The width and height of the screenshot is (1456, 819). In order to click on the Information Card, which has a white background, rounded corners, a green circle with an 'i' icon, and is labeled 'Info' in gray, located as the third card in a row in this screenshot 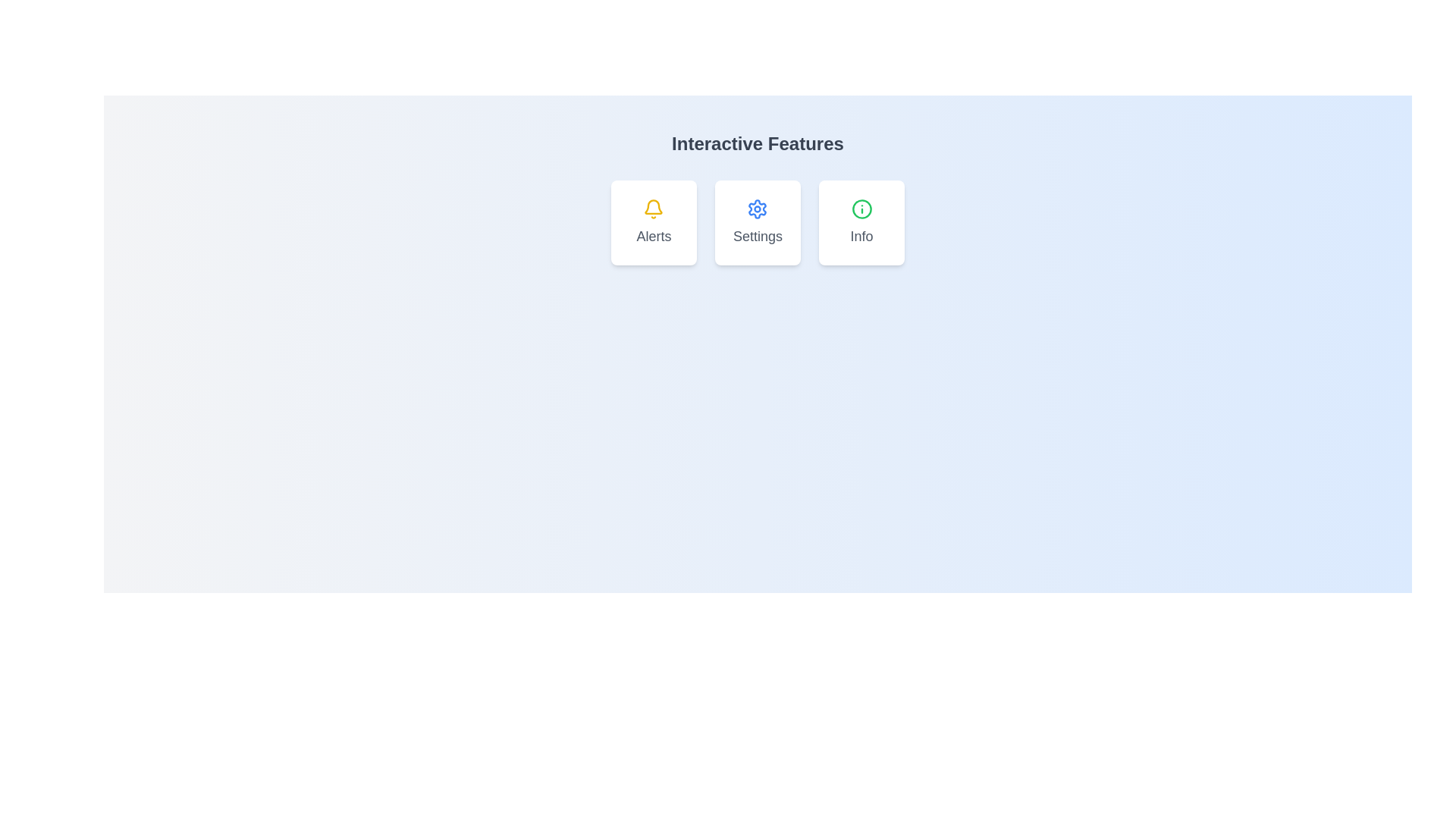, I will do `click(861, 222)`.